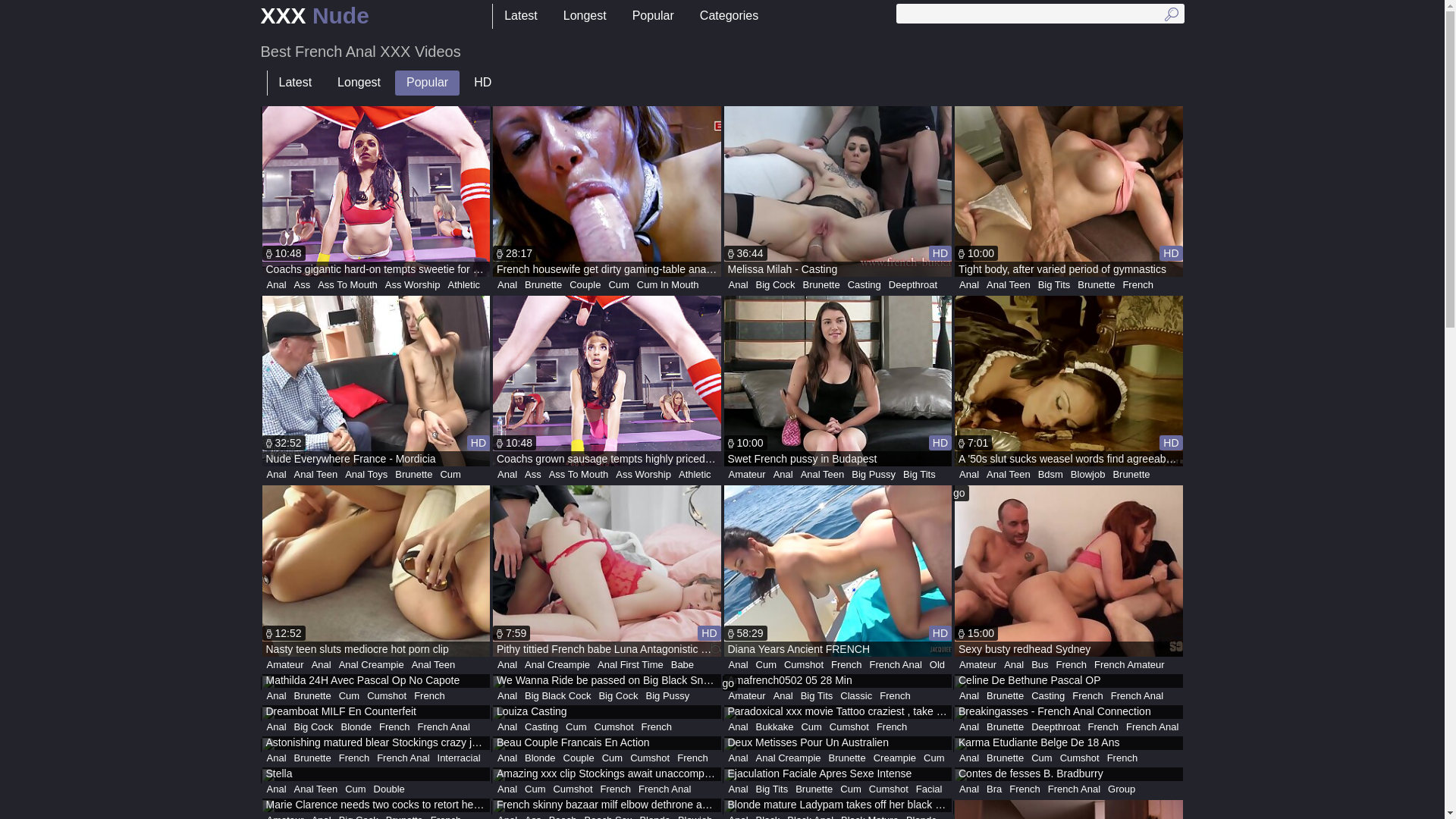  I want to click on 'Celine De Bethune Pascal OP, so click(1068, 680).